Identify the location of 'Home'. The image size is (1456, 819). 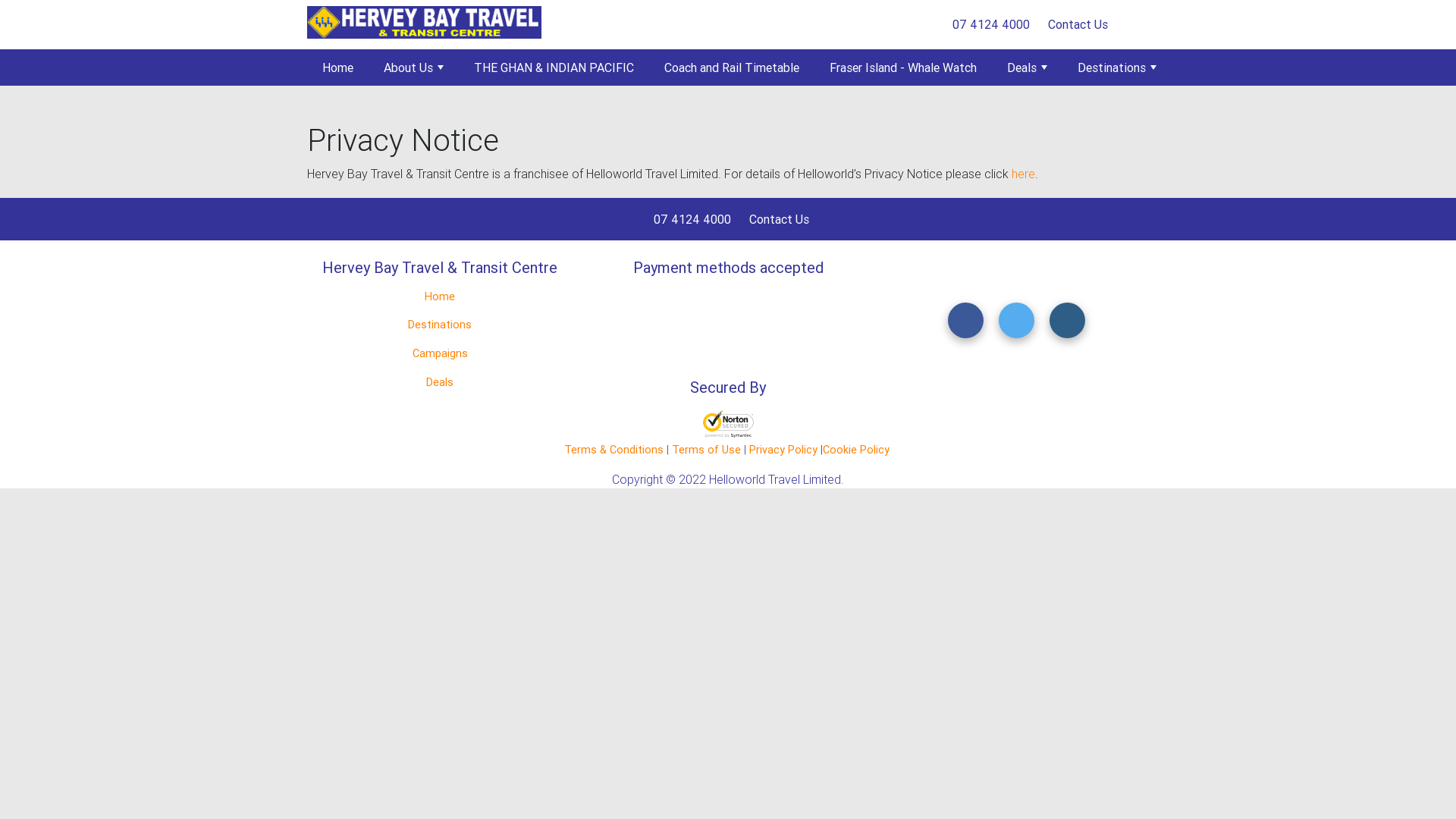
(439, 297).